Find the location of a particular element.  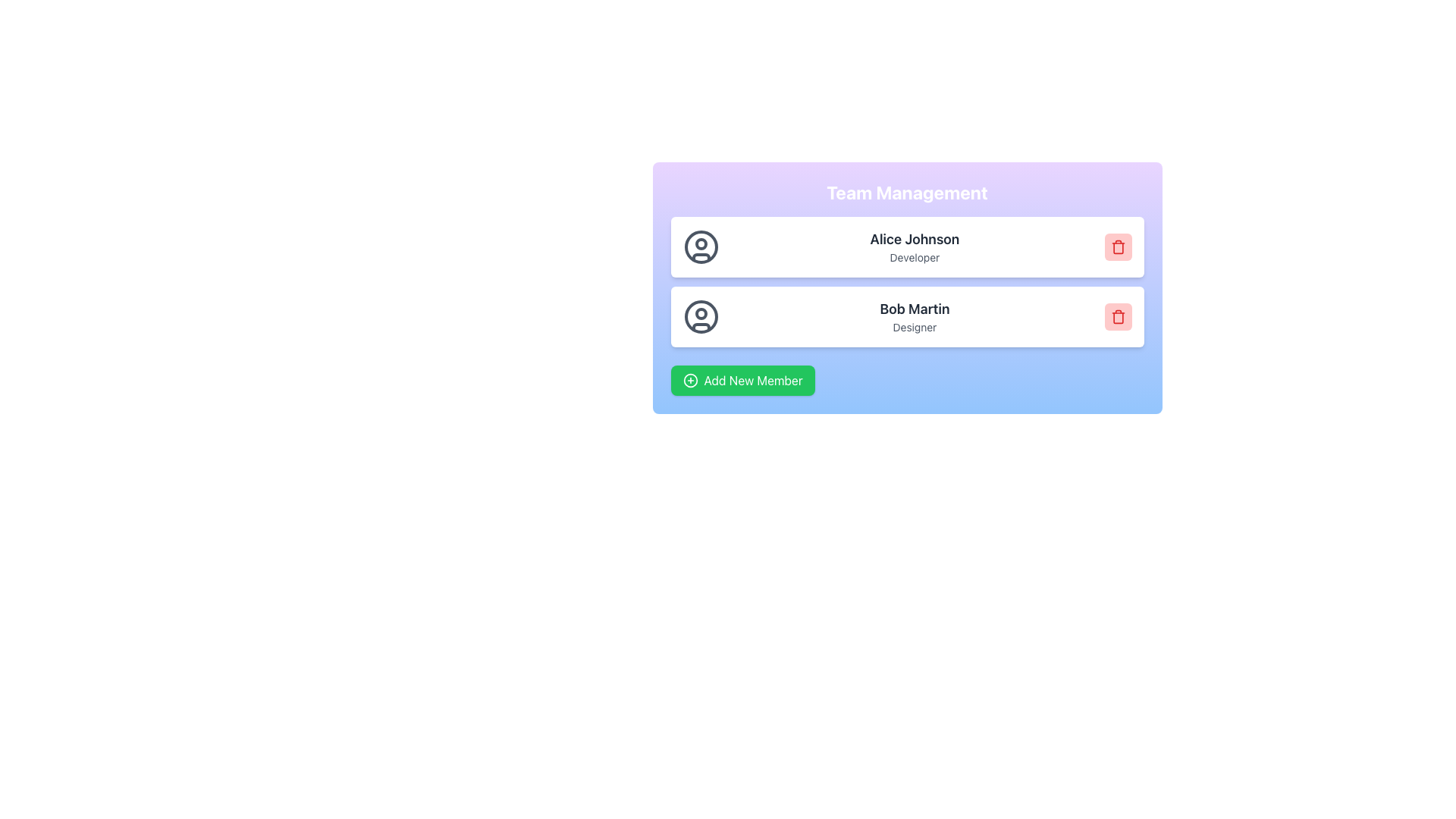

the name 'Bob Martin' in the Profile card is located at coordinates (907, 315).